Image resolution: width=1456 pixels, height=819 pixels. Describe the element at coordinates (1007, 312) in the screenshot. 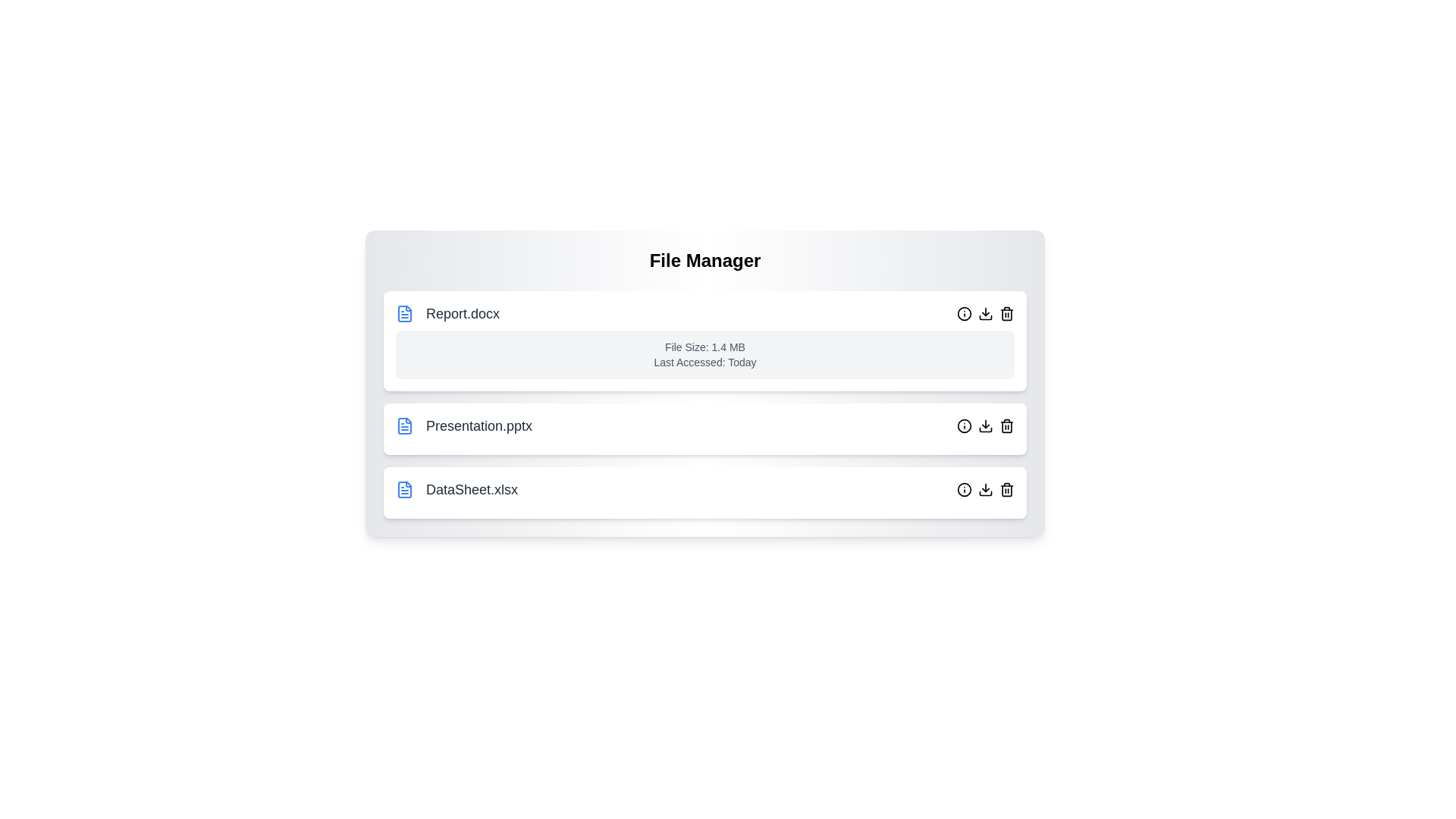

I see `the delete button for the file named Report.docx` at that location.